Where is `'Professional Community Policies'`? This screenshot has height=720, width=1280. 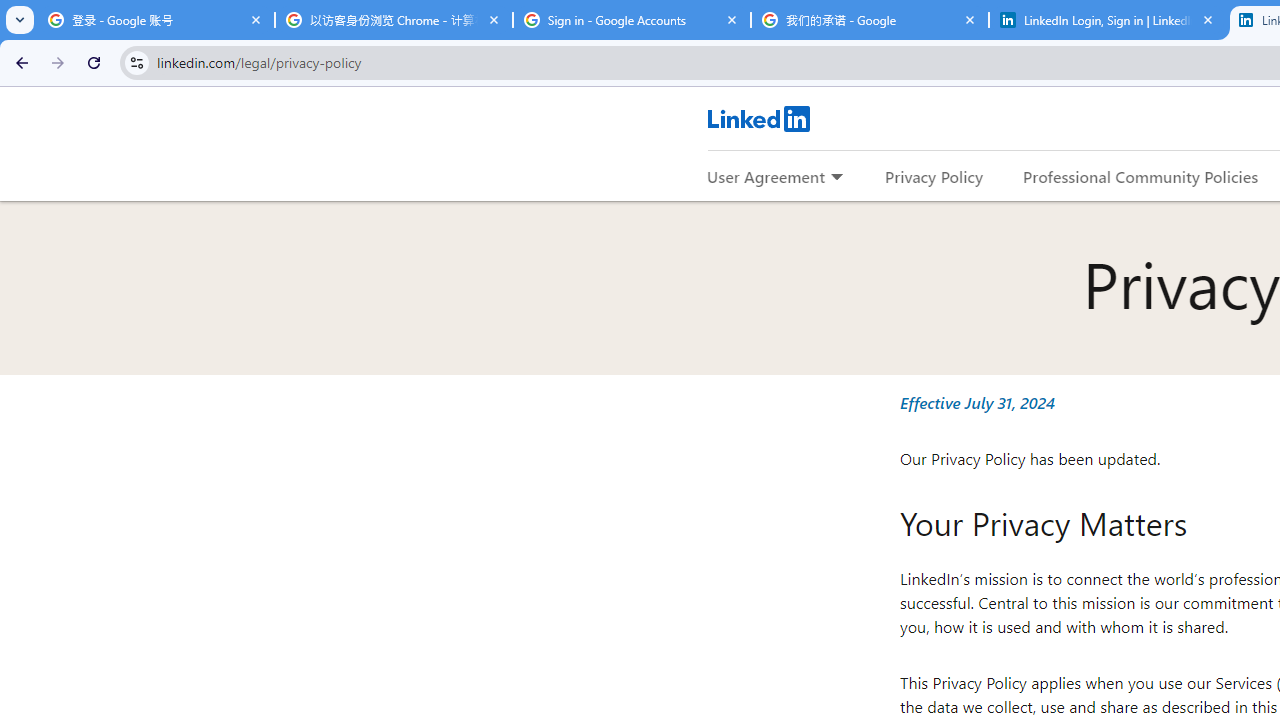
'Professional Community Policies' is located at coordinates (1141, 175).